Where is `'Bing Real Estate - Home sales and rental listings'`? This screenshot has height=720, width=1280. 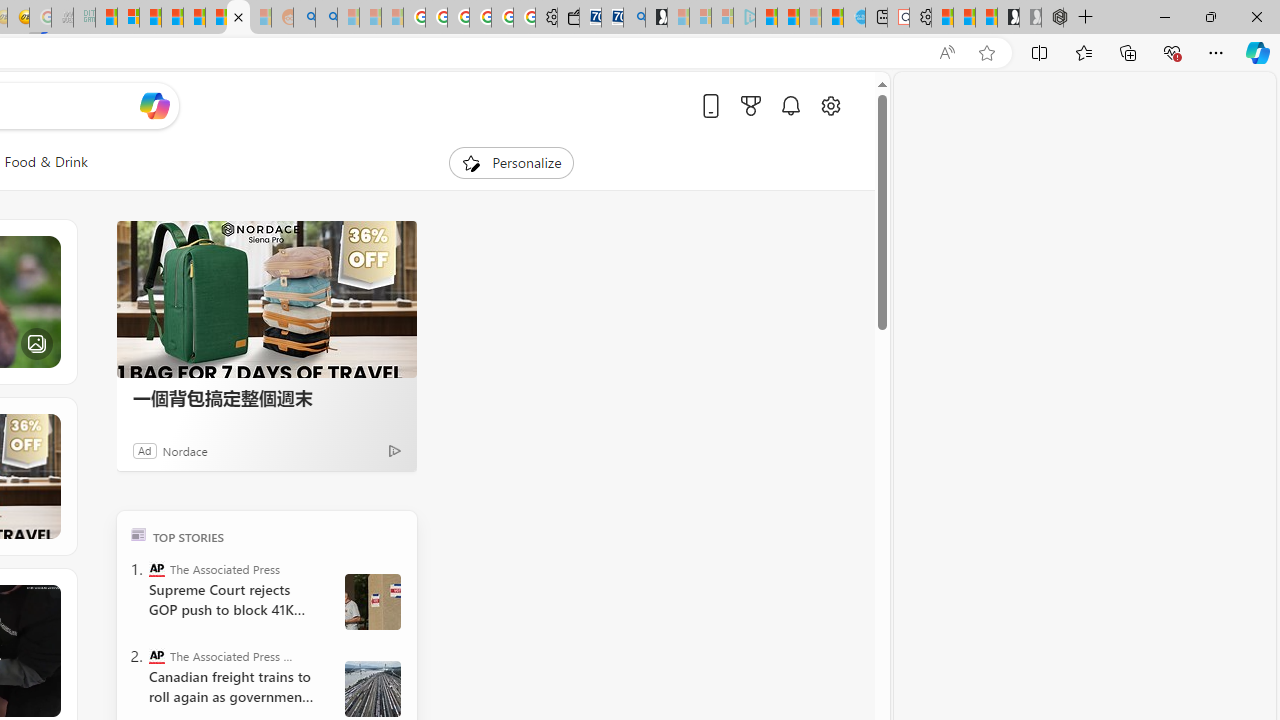 'Bing Real Estate - Home sales and rental listings' is located at coordinates (633, 17).